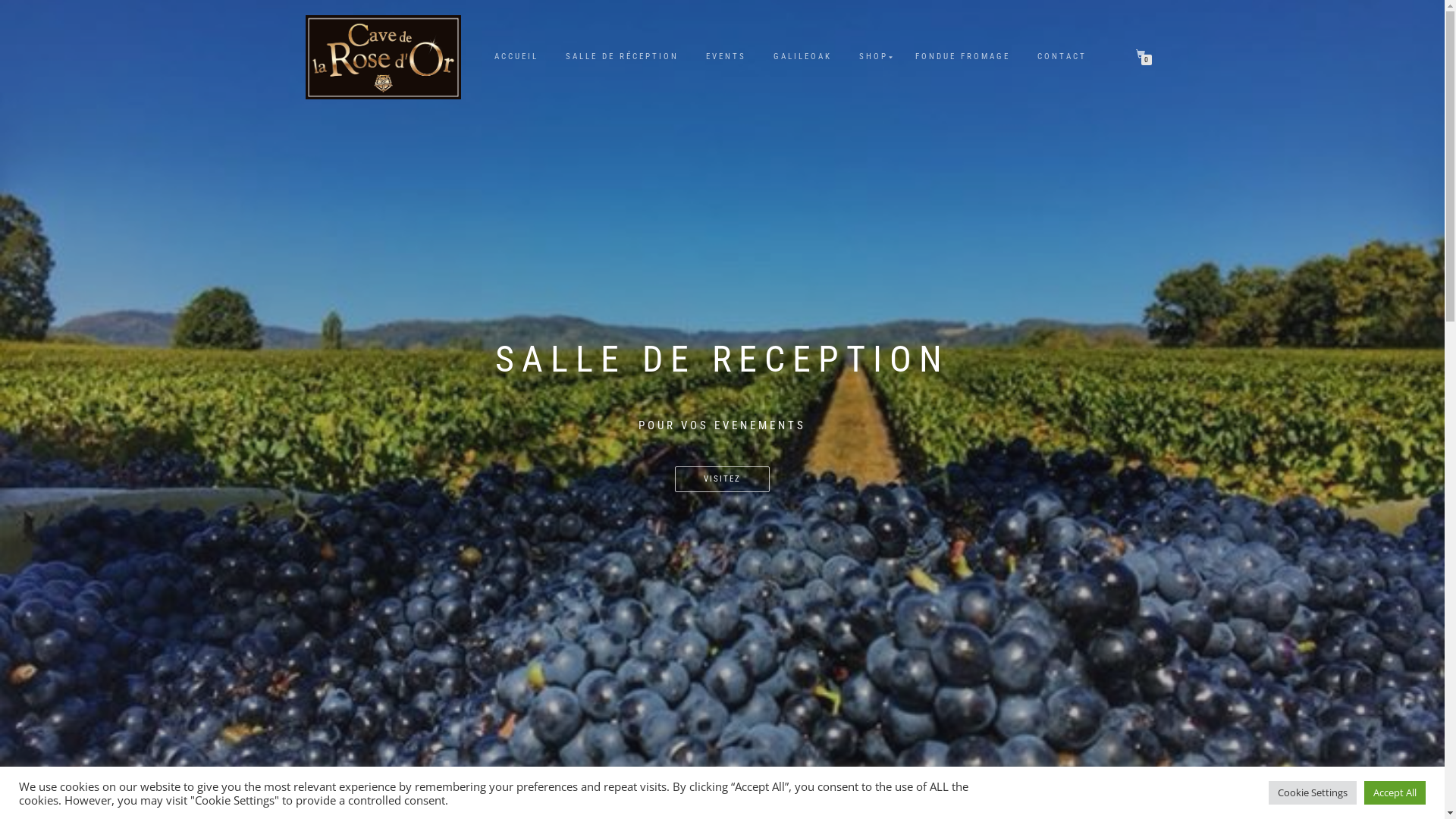 The image size is (1456, 819). Describe the element at coordinates (701, 786) in the screenshot. I see `'1'` at that location.